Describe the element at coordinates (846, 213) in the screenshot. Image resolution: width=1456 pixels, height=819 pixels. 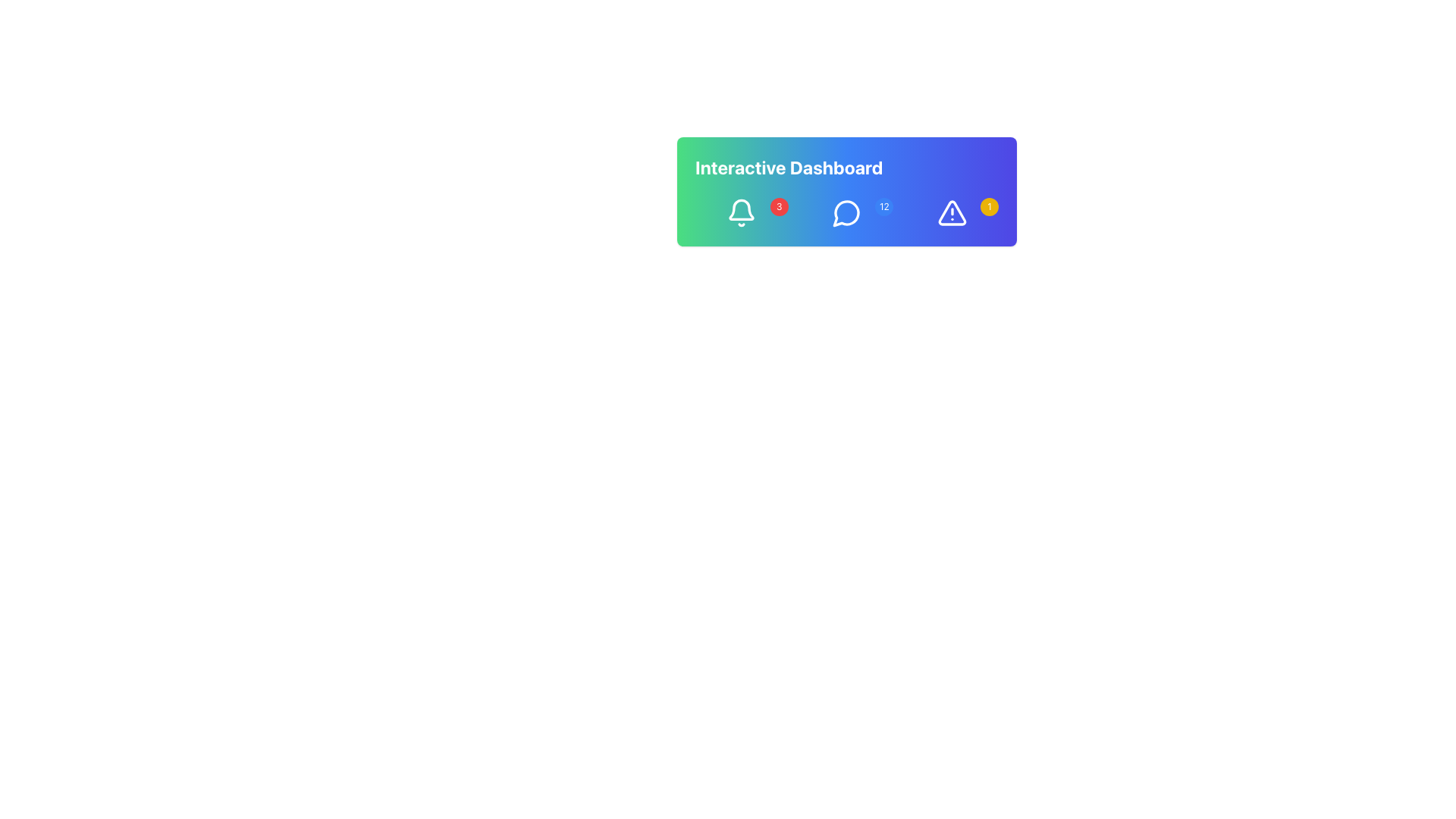
I see `the second icon from the left in the 'Interactive Dashboard' banner, which indicates messages or conversations` at that location.